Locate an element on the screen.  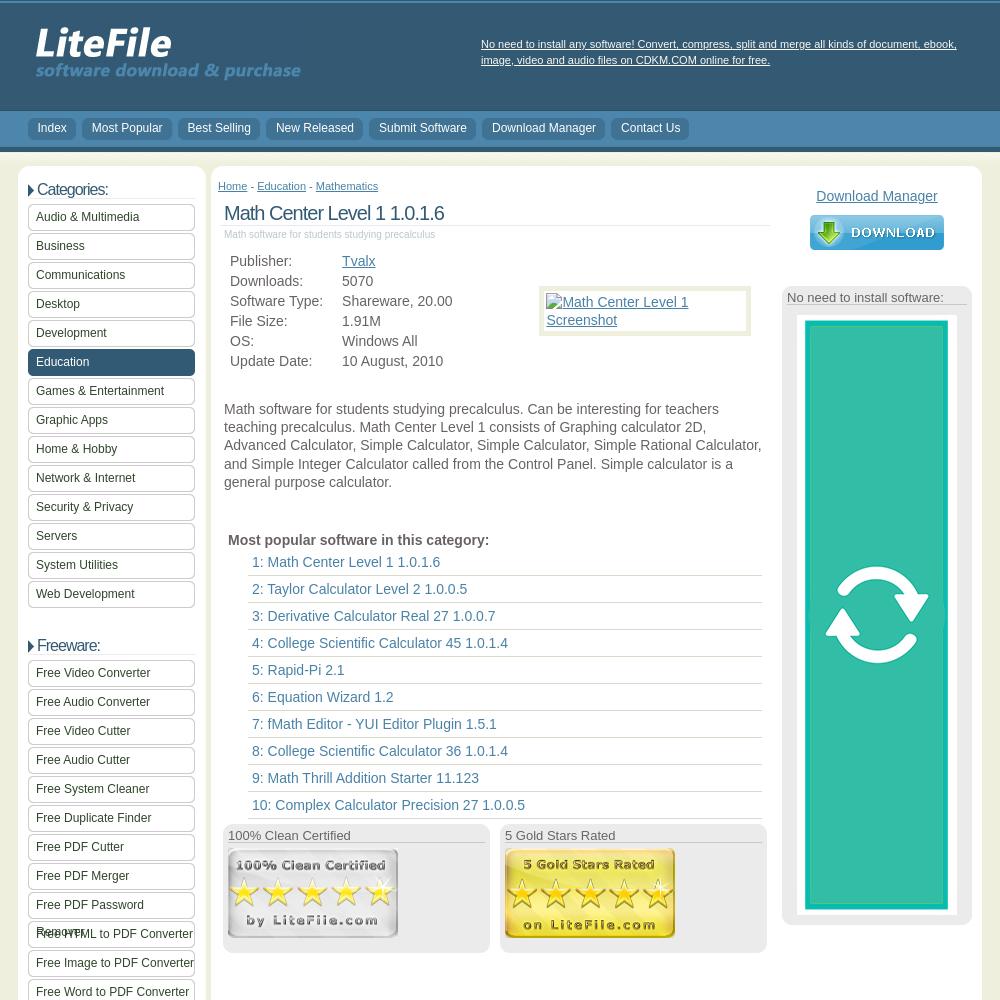
'10 August, 2010' is located at coordinates (392, 360).